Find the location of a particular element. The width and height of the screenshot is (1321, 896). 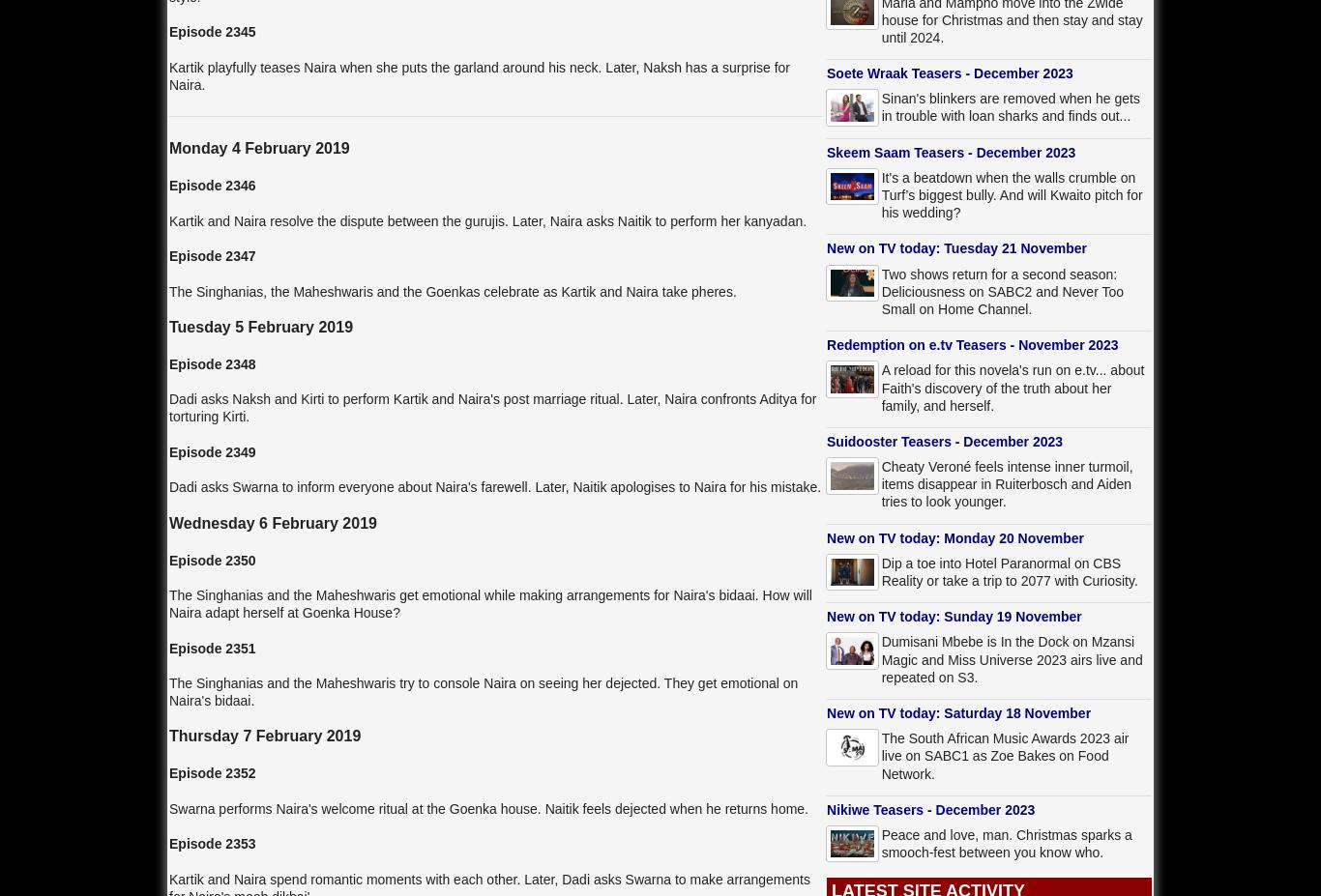

'Kartik and Naira resolve the dispute between the gurujis. Later, Naira asks Naitik to perform her kanyadan.' is located at coordinates (167, 220).